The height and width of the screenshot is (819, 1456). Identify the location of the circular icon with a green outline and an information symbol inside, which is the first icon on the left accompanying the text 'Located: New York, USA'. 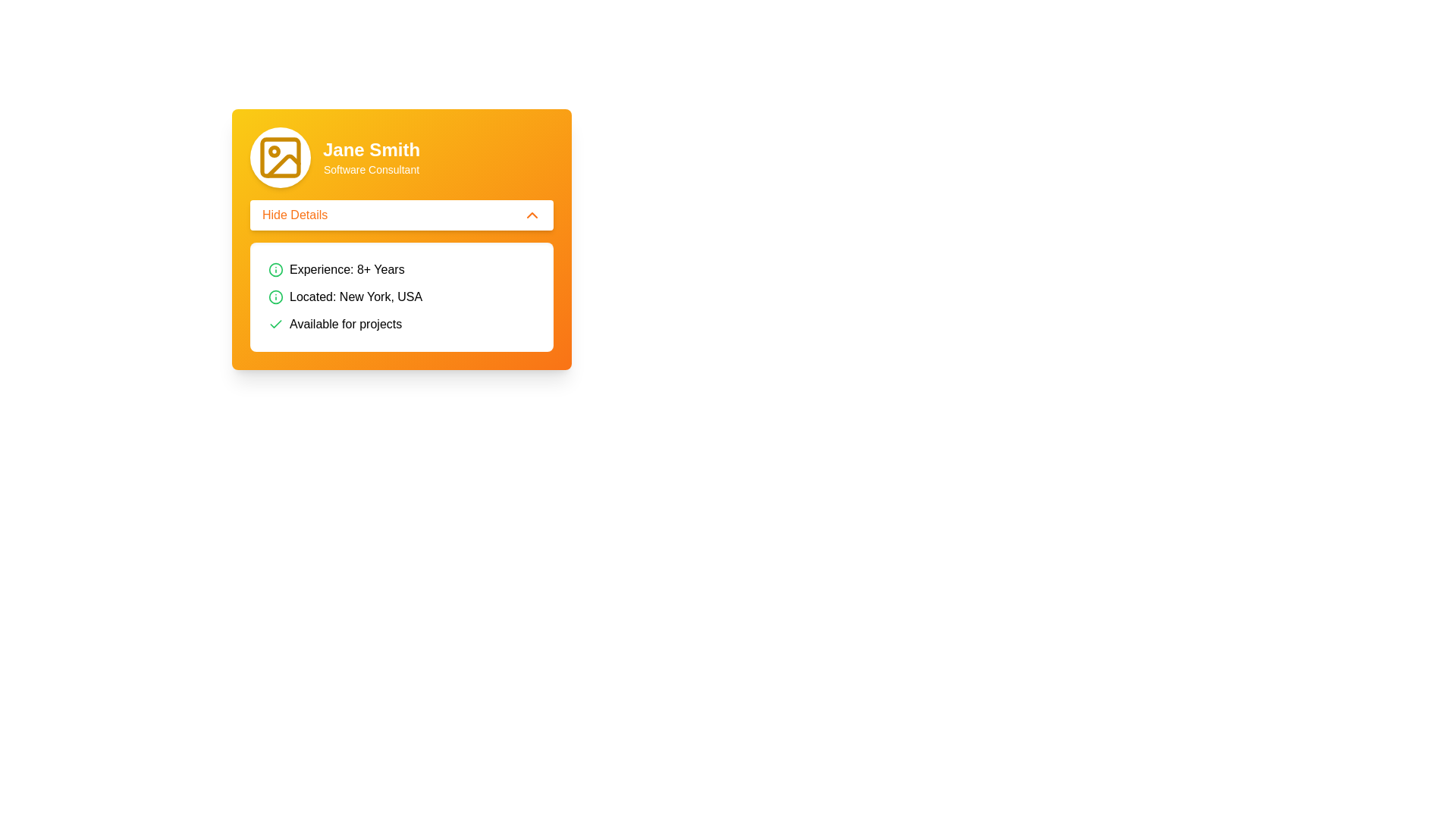
(276, 297).